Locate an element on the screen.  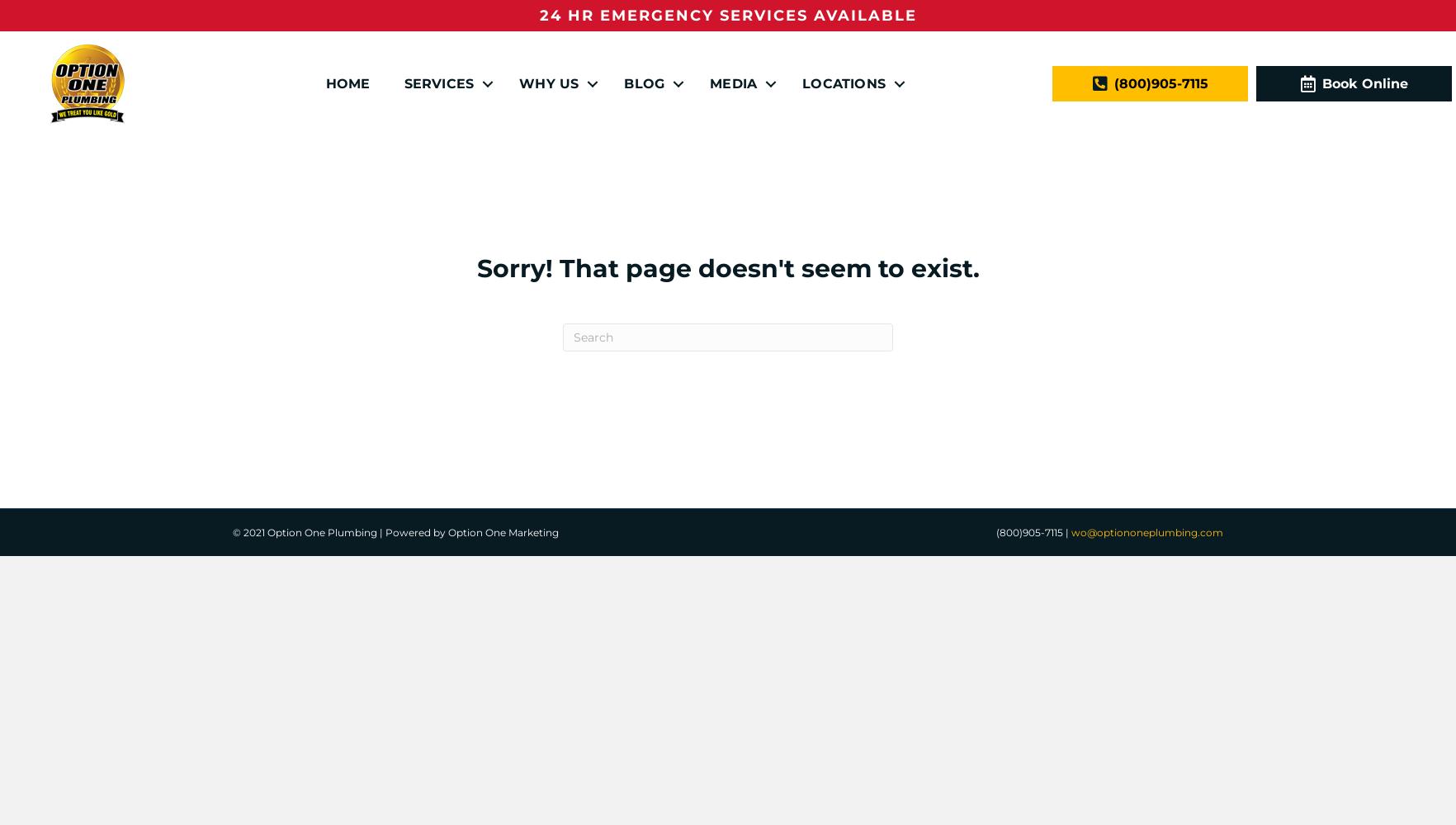
'Book Online' is located at coordinates (1321, 82).